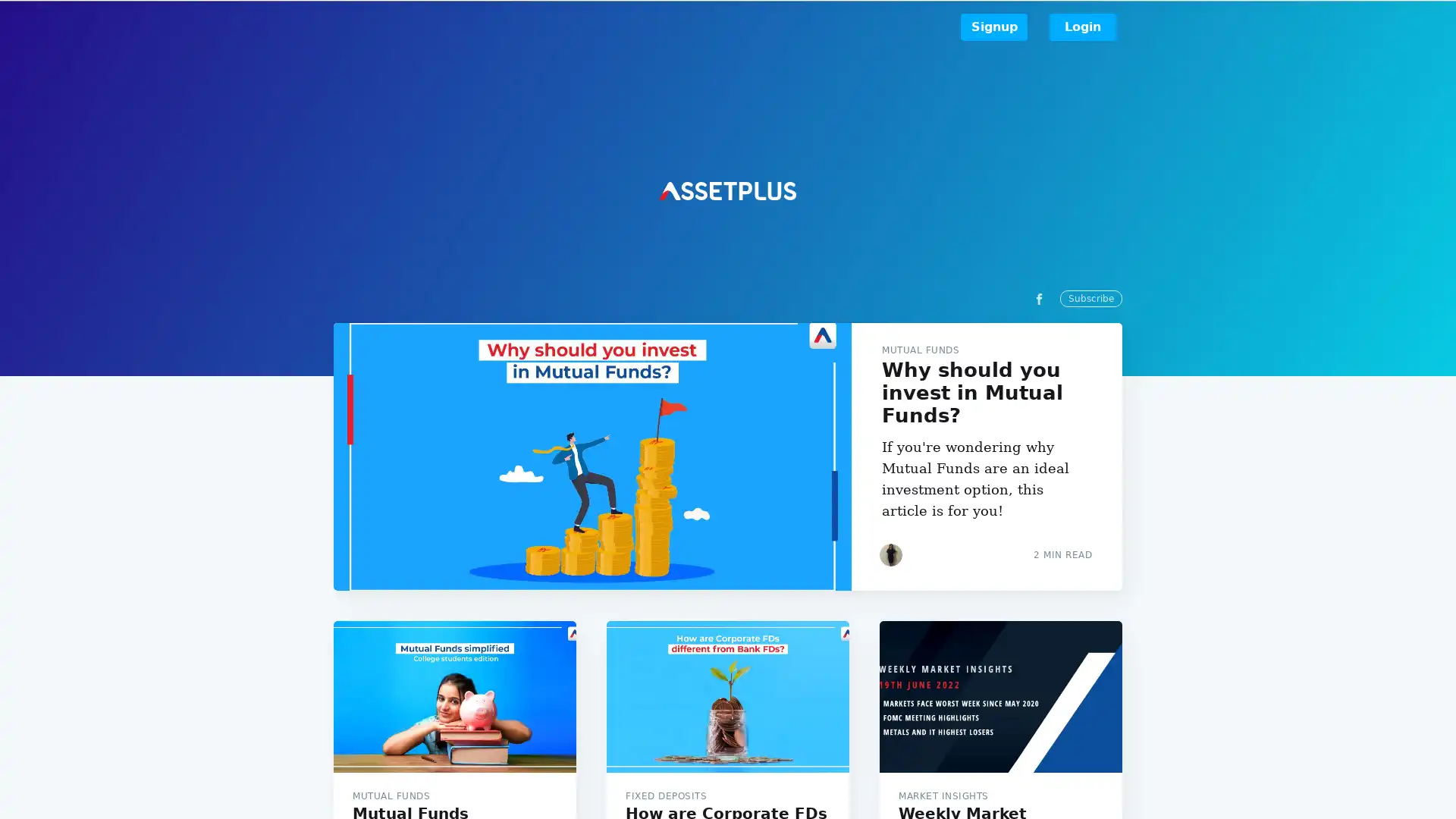 The width and height of the screenshot is (1456, 819). What do you see at coordinates (866, 465) in the screenshot?
I see `Subscribe` at bounding box center [866, 465].